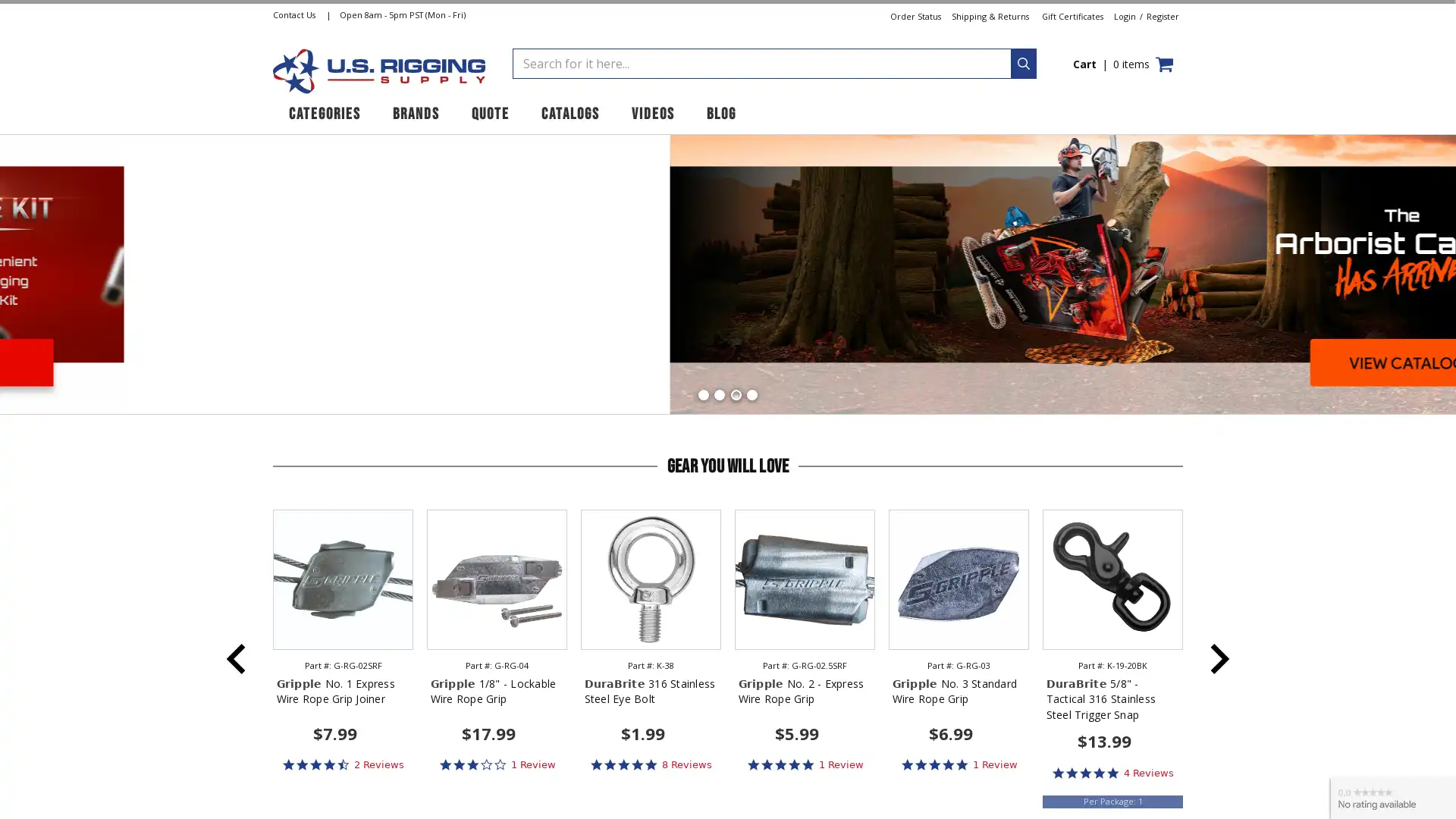  Describe the element at coordinates (236, 657) in the screenshot. I see `previous` at that location.